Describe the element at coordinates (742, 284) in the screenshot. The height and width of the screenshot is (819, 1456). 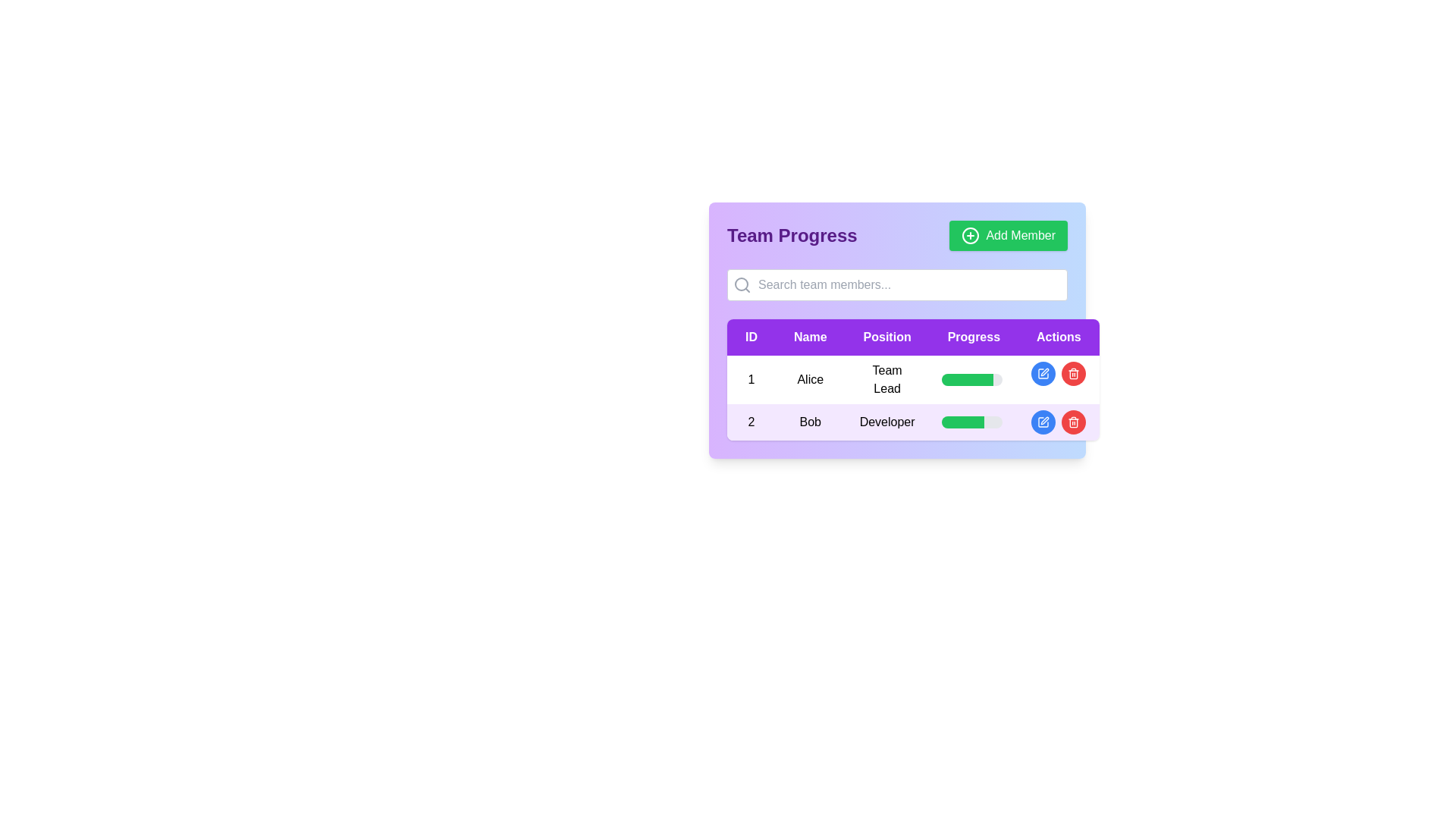
I see `the magnifying glass icon representing the search function, which is styled with a thin outline and located to the left of the input field's placeholder text 'Search team members...'` at that location.